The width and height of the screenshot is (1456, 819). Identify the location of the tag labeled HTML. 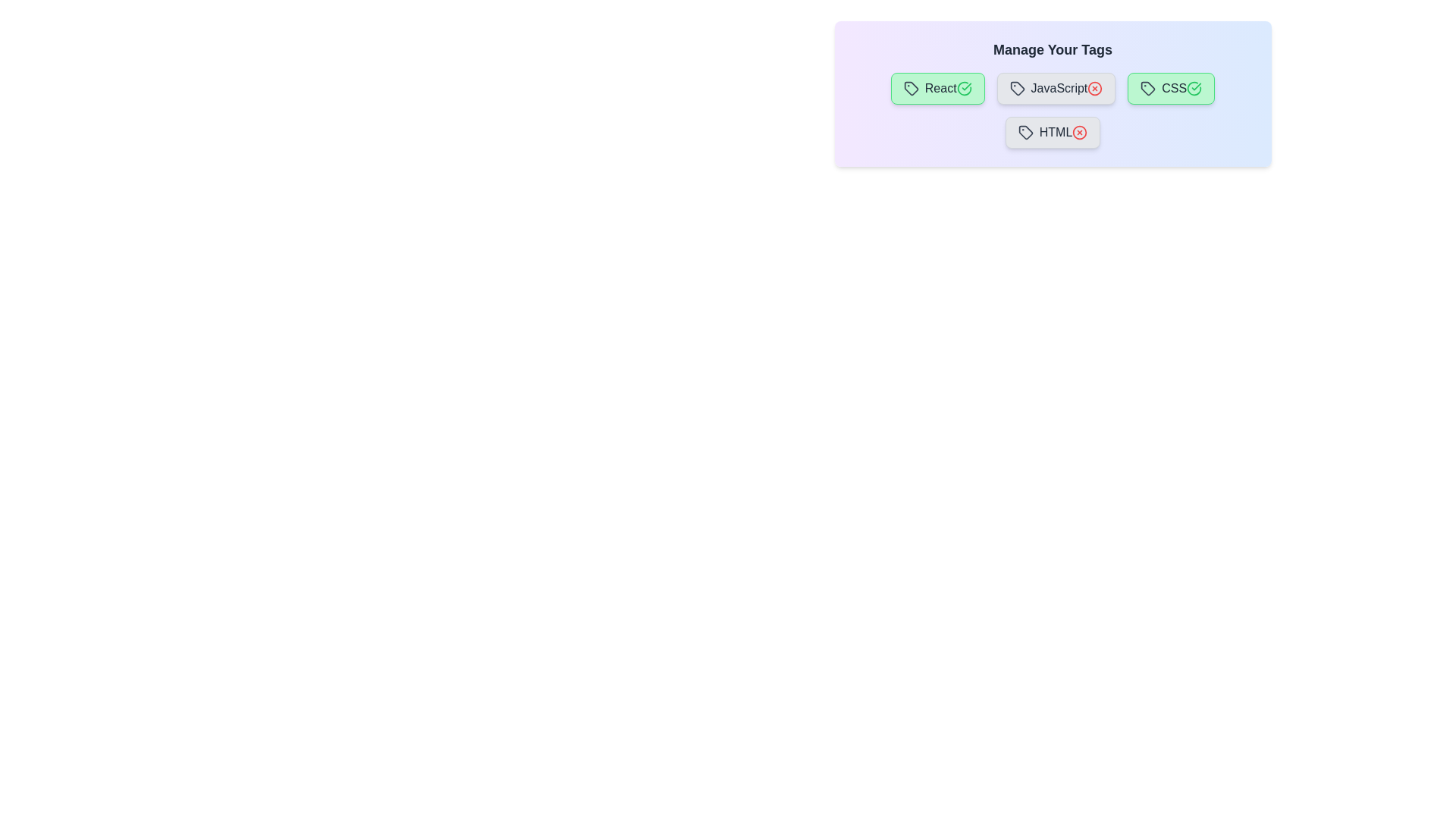
(1052, 131).